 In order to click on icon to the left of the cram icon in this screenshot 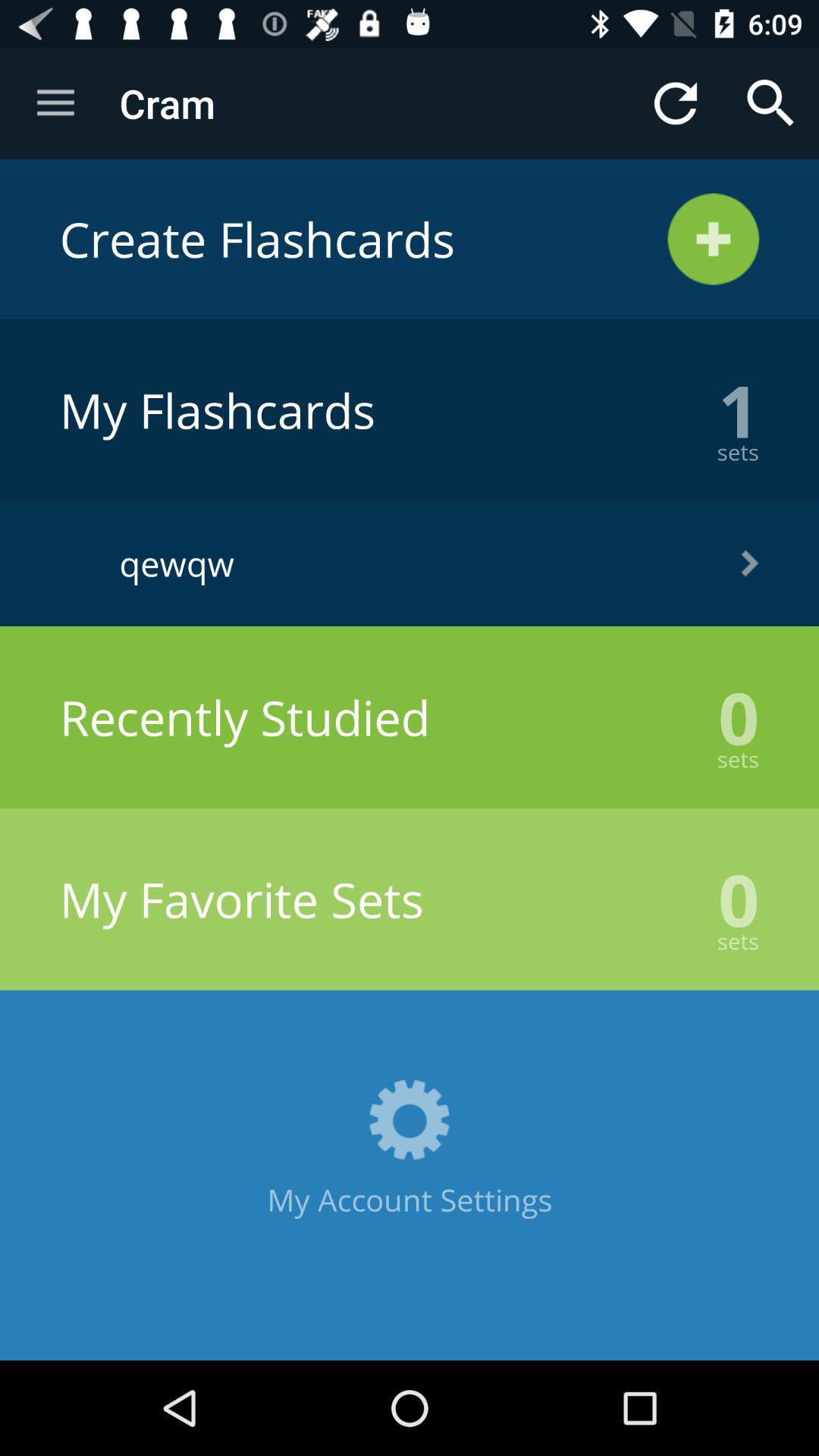, I will do `click(55, 102)`.